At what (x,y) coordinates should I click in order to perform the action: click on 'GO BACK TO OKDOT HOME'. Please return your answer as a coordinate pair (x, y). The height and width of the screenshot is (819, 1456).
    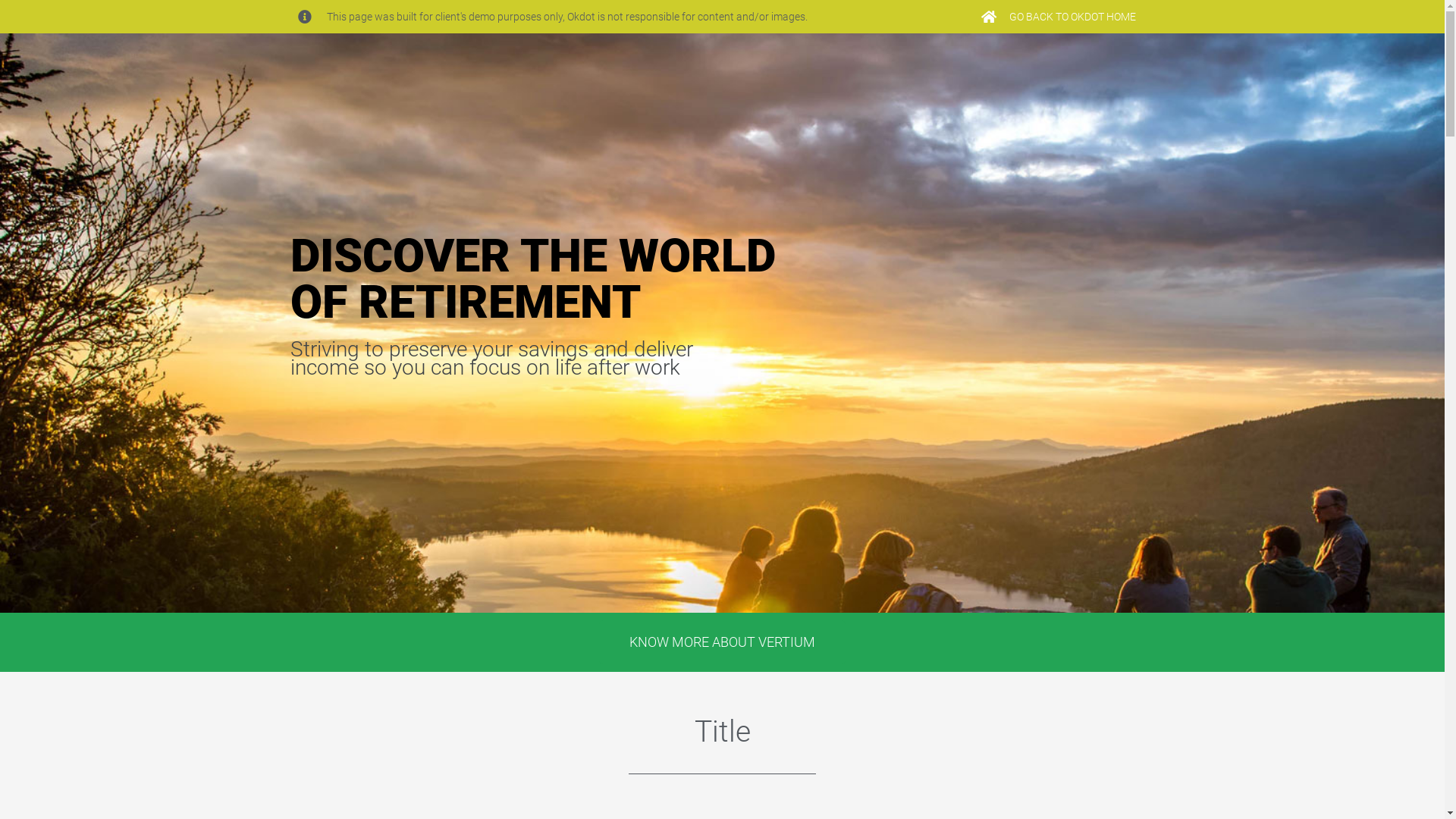
    Looking at the image, I should click on (1057, 17).